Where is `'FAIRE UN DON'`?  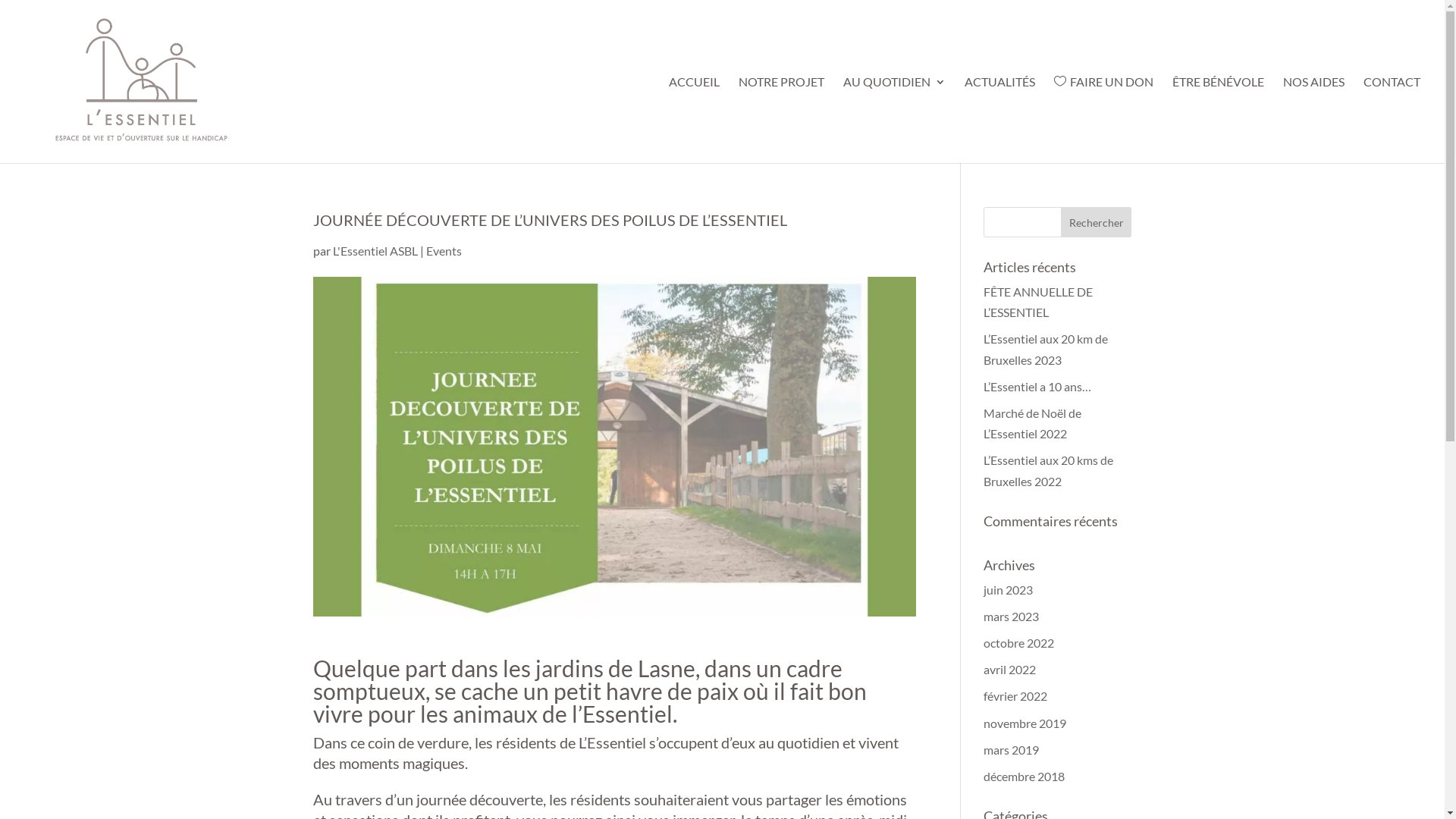 'FAIRE UN DON' is located at coordinates (1103, 118).